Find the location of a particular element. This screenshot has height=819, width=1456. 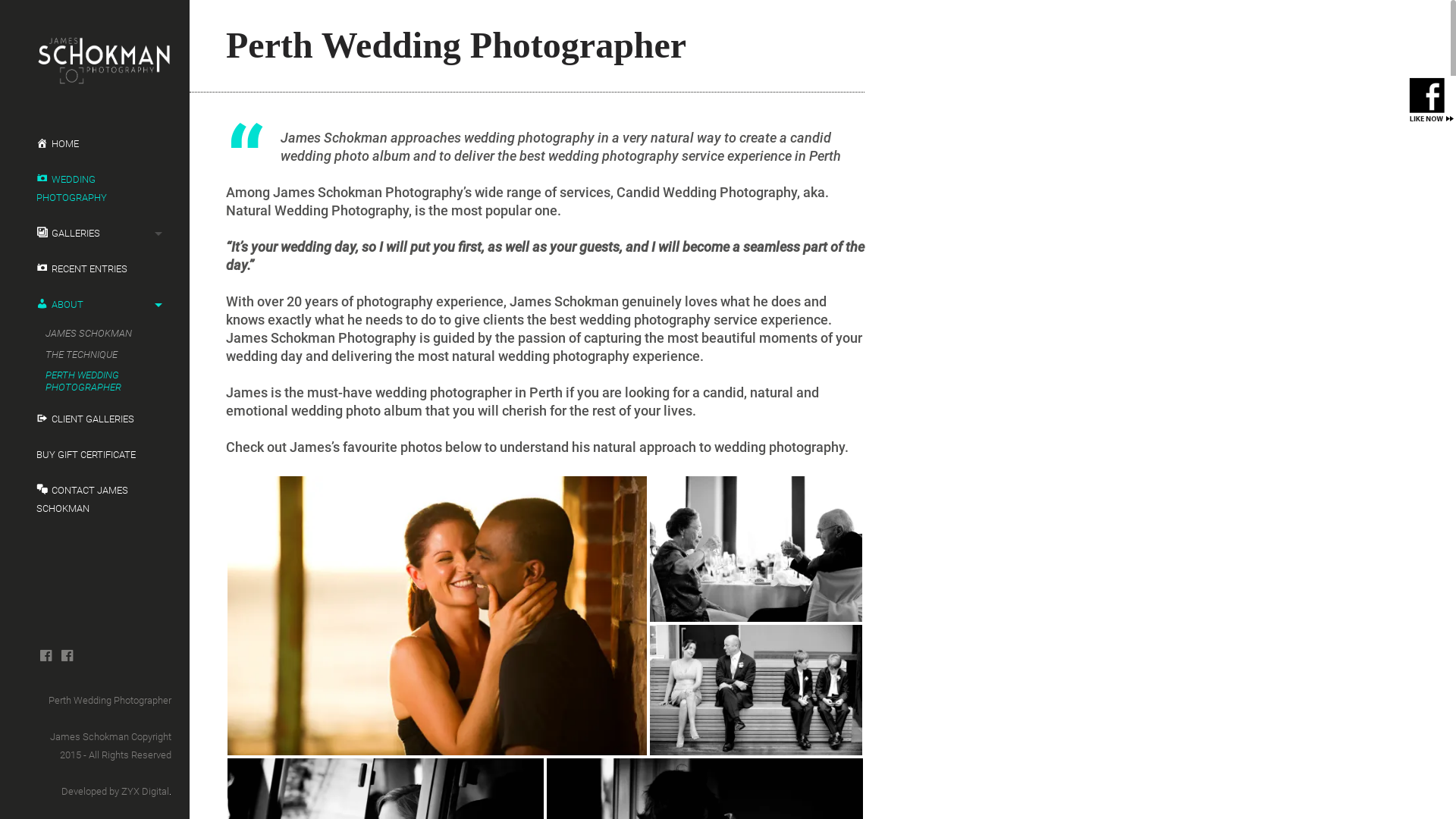

'CLIENT GALLERIES' is located at coordinates (18, 419).